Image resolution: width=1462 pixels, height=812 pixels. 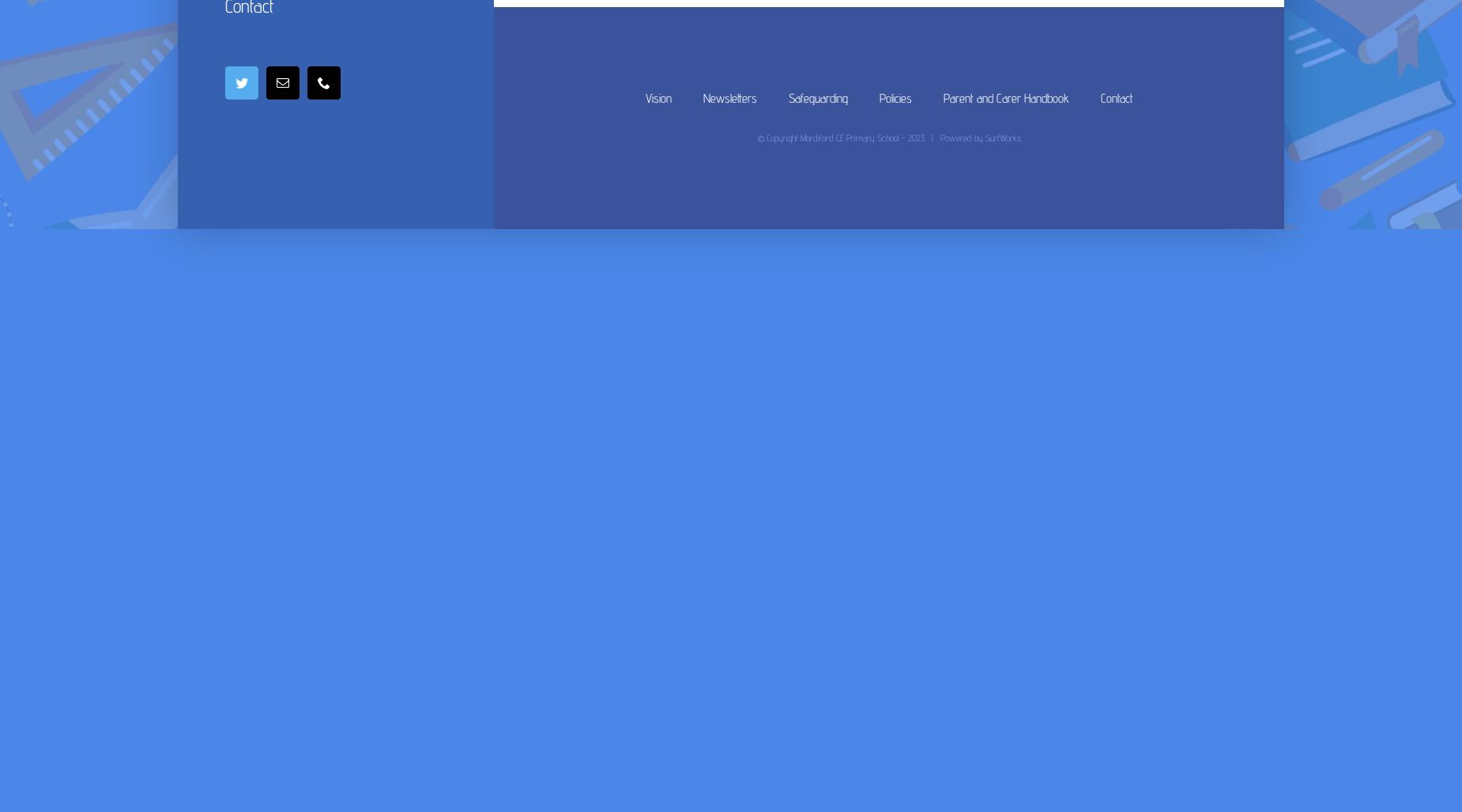 What do you see at coordinates (524, 30) in the screenshot?
I see `'PTFA'` at bounding box center [524, 30].